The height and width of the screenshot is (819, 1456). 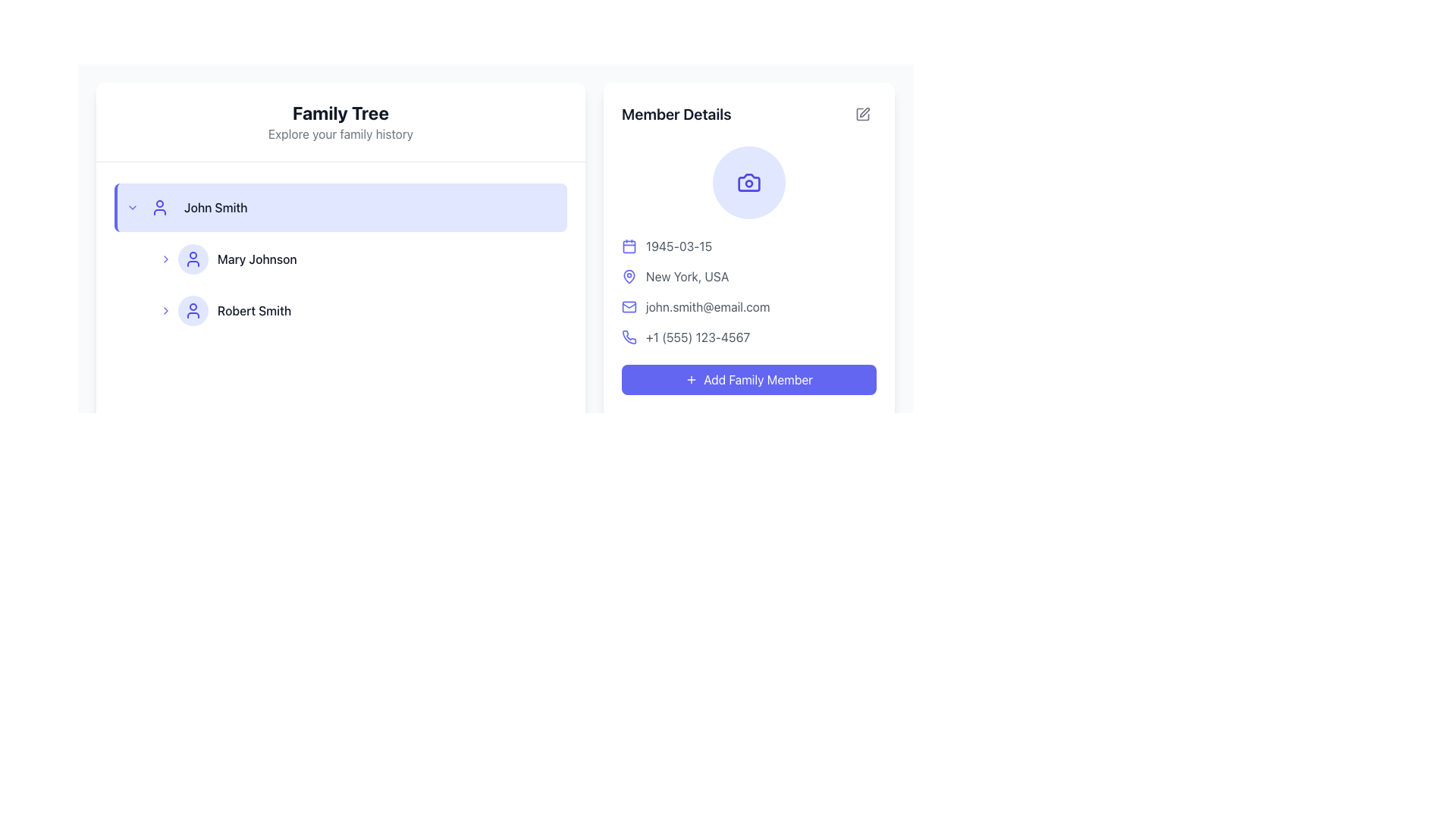 I want to click on the calendar icon that represents the date '1945-03-15' in the 'Member Details' section, positioned on the left side of the date text, so click(x=629, y=245).